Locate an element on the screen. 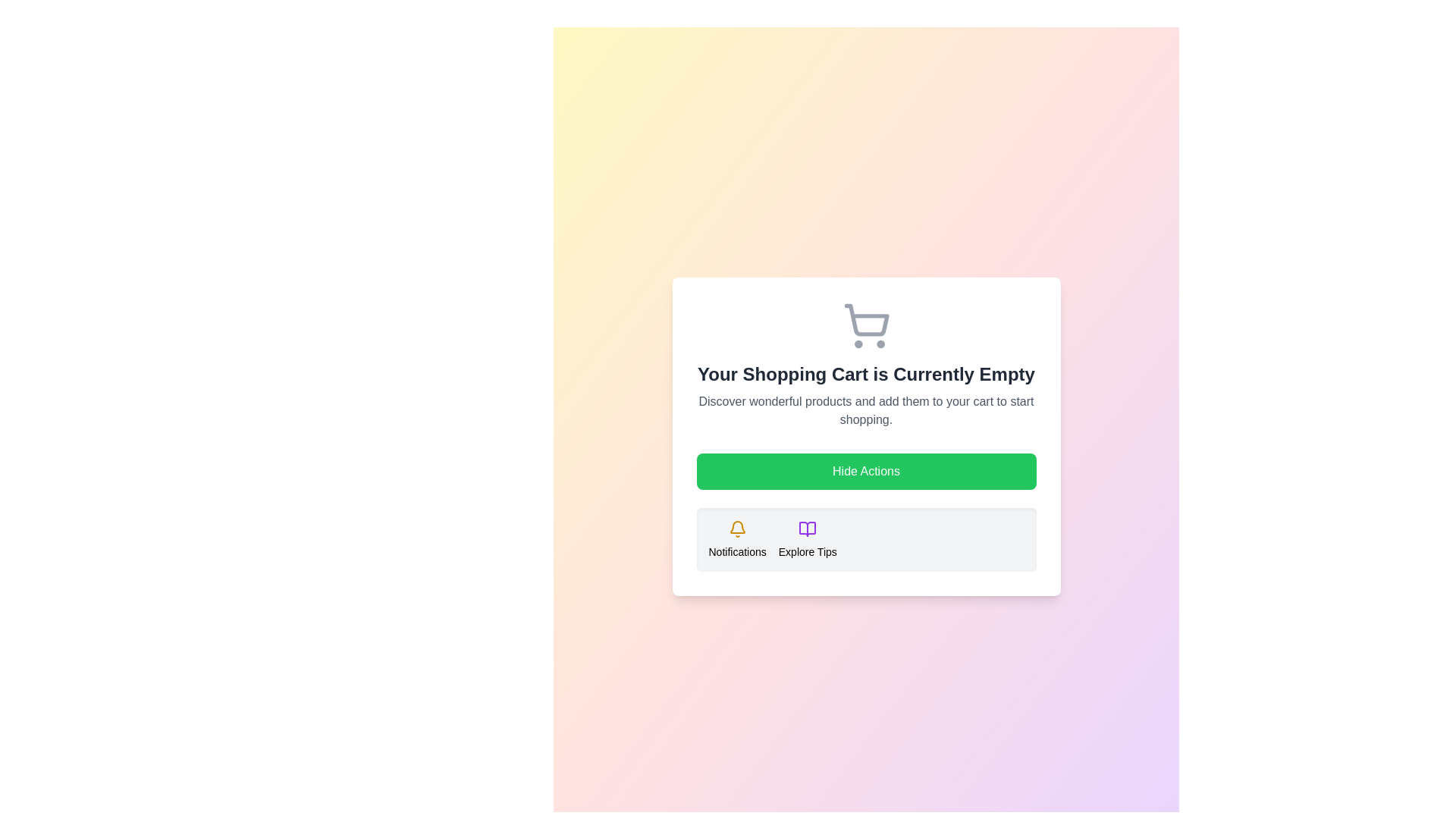  the text label displaying 'Notifications' with a small text size, located below the notification bell icon in the bottom-left side of the primary card is located at coordinates (737, 552).